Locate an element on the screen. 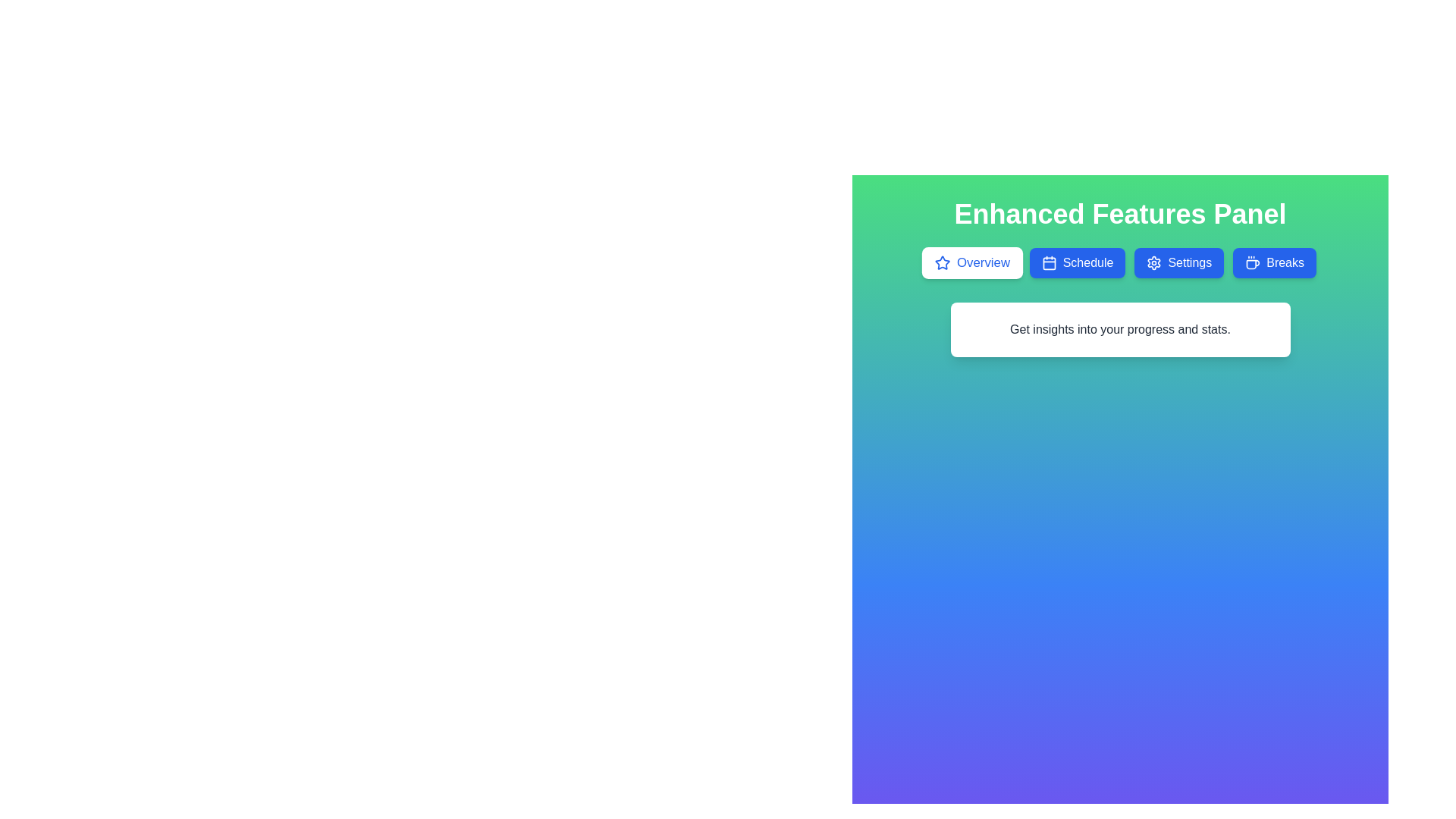  the 'Overview' button is located at coordinates (972, 262).